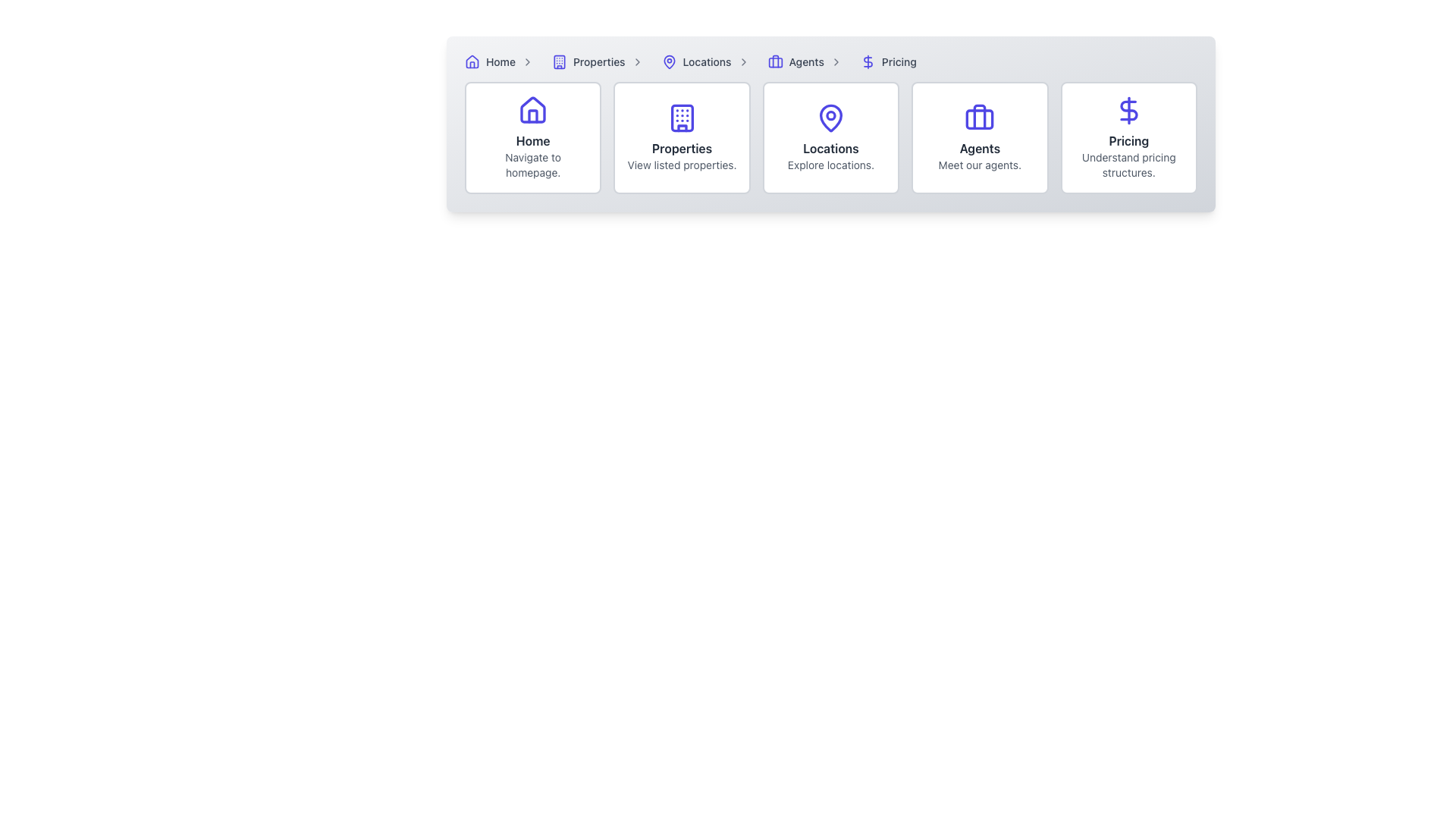 This screenshot has width=1456, height=819. I want to click on the Breadcrumb item with an icon and text, so click(502, 61).